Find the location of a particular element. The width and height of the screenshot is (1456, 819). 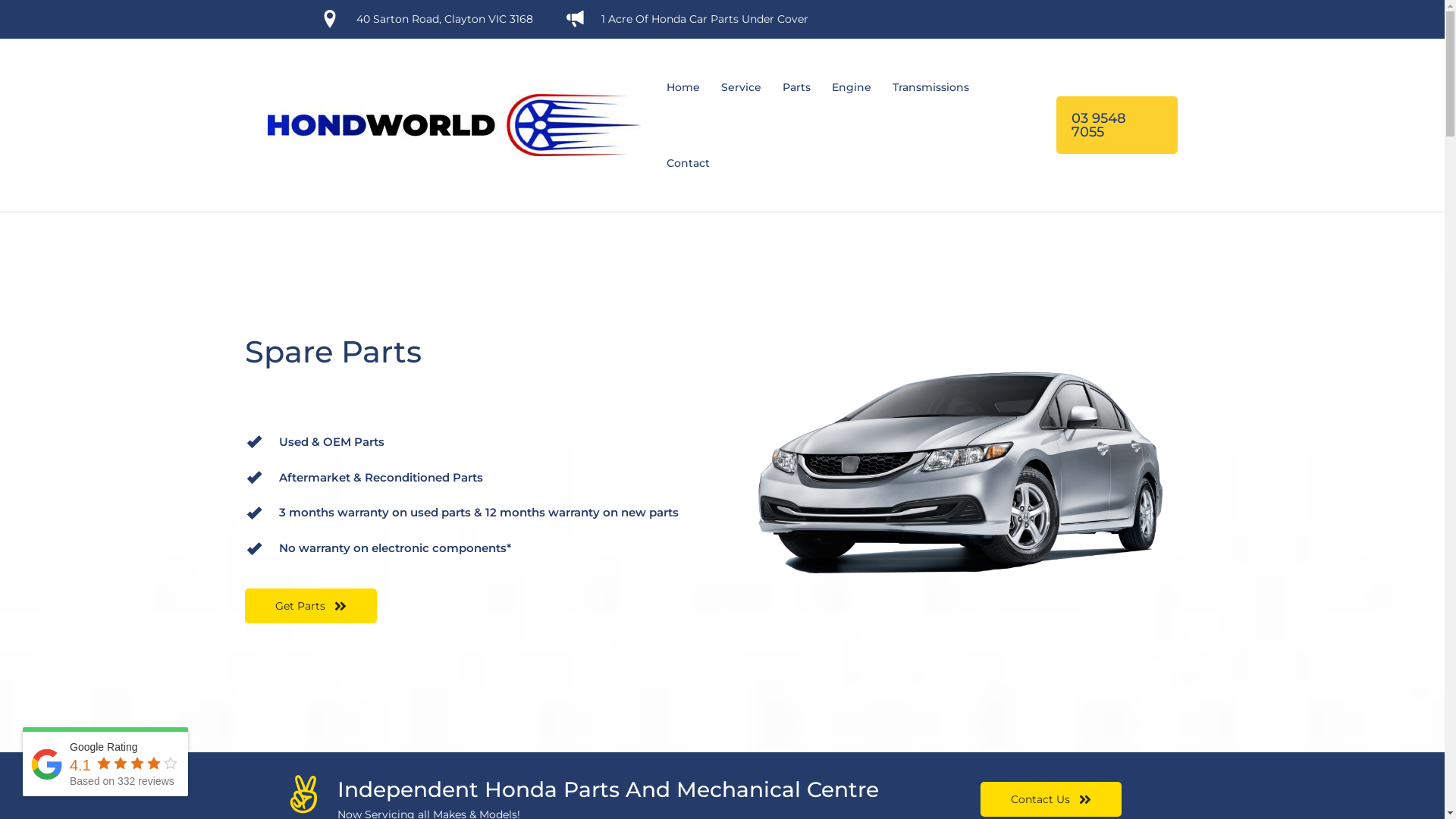

'Contact' is located at coordinates (686, 163).